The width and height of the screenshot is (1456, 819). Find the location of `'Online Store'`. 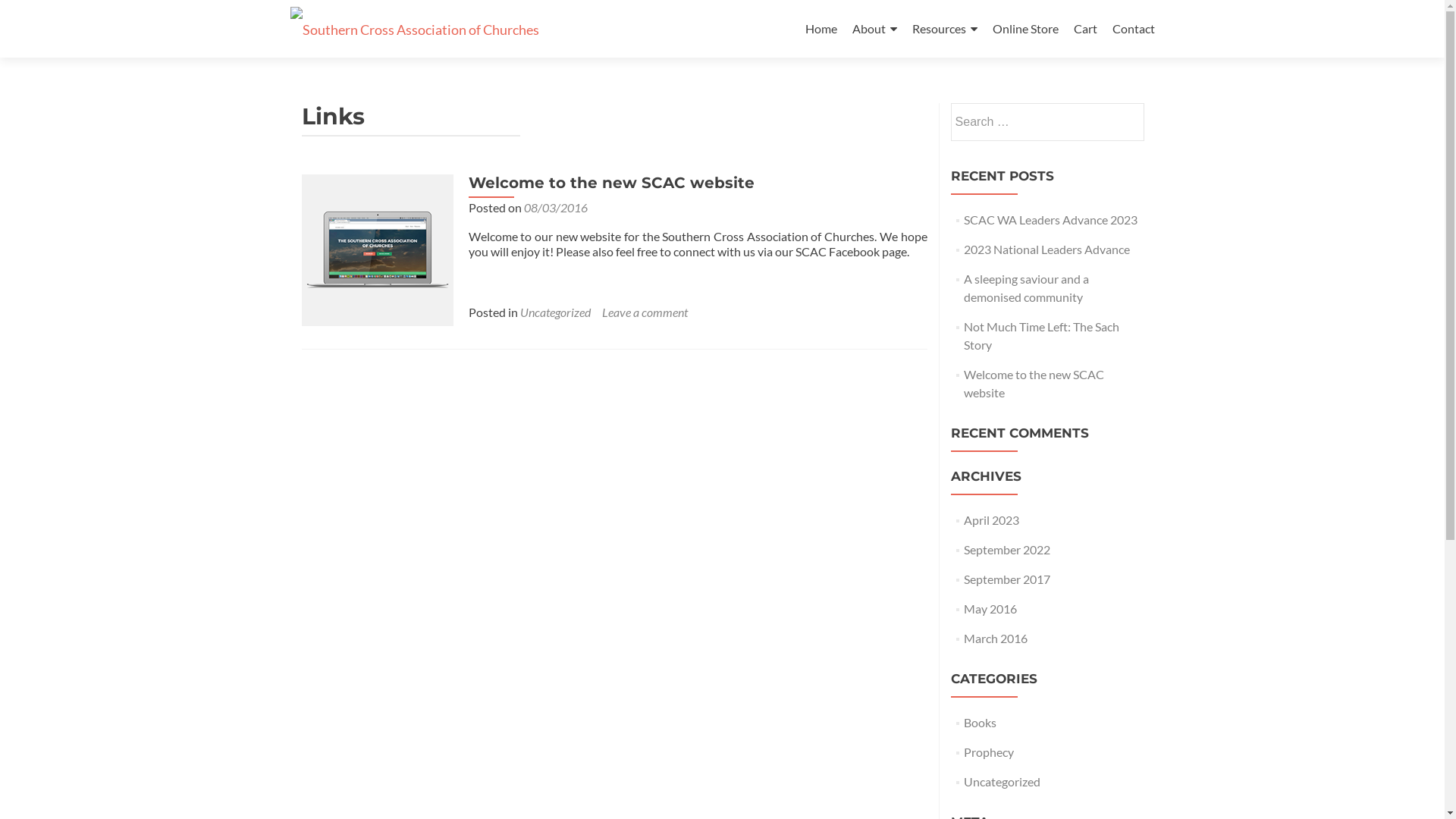

'Online Store' is located at coordinates (1025, 28).